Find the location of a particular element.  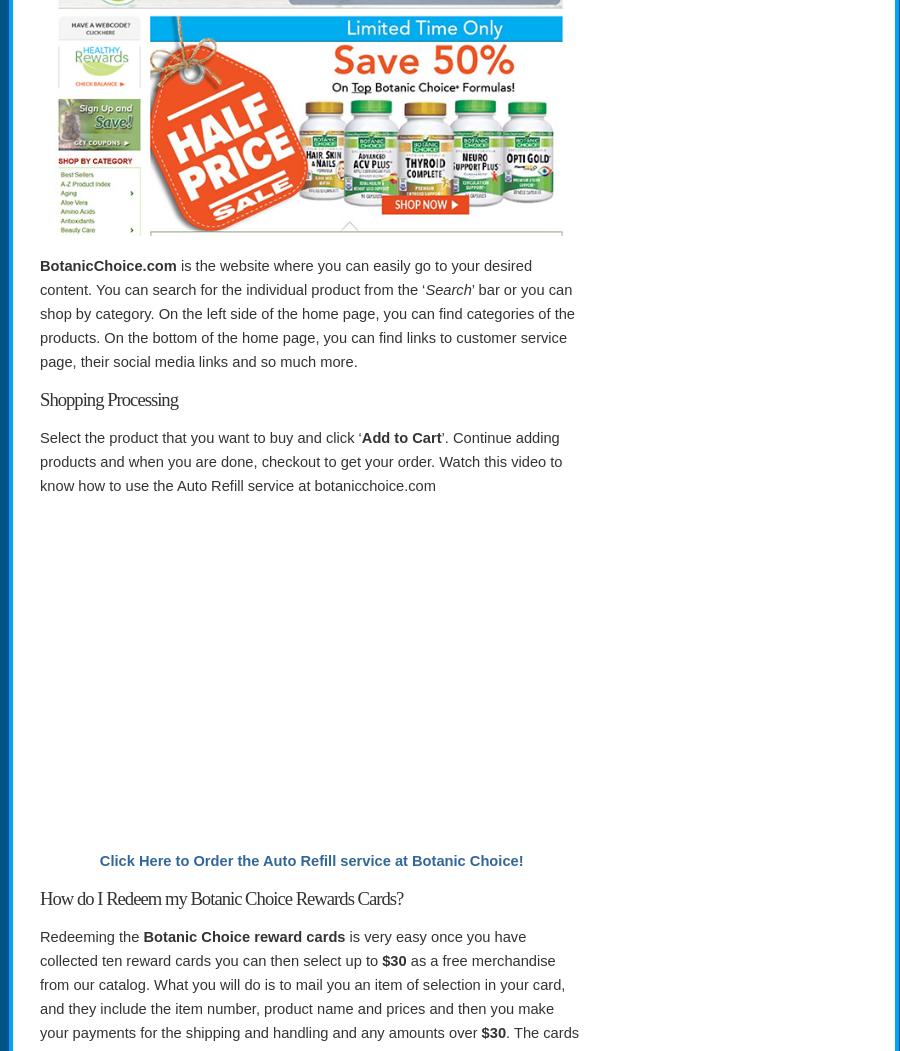

'as a free merchandise from our catalog. What you will do is to mail you an item of selection in your card, and they include the item number, product name and prices and then you make your payments for the shipping and handling and any amounts over' is located at coordinates (38, 996).